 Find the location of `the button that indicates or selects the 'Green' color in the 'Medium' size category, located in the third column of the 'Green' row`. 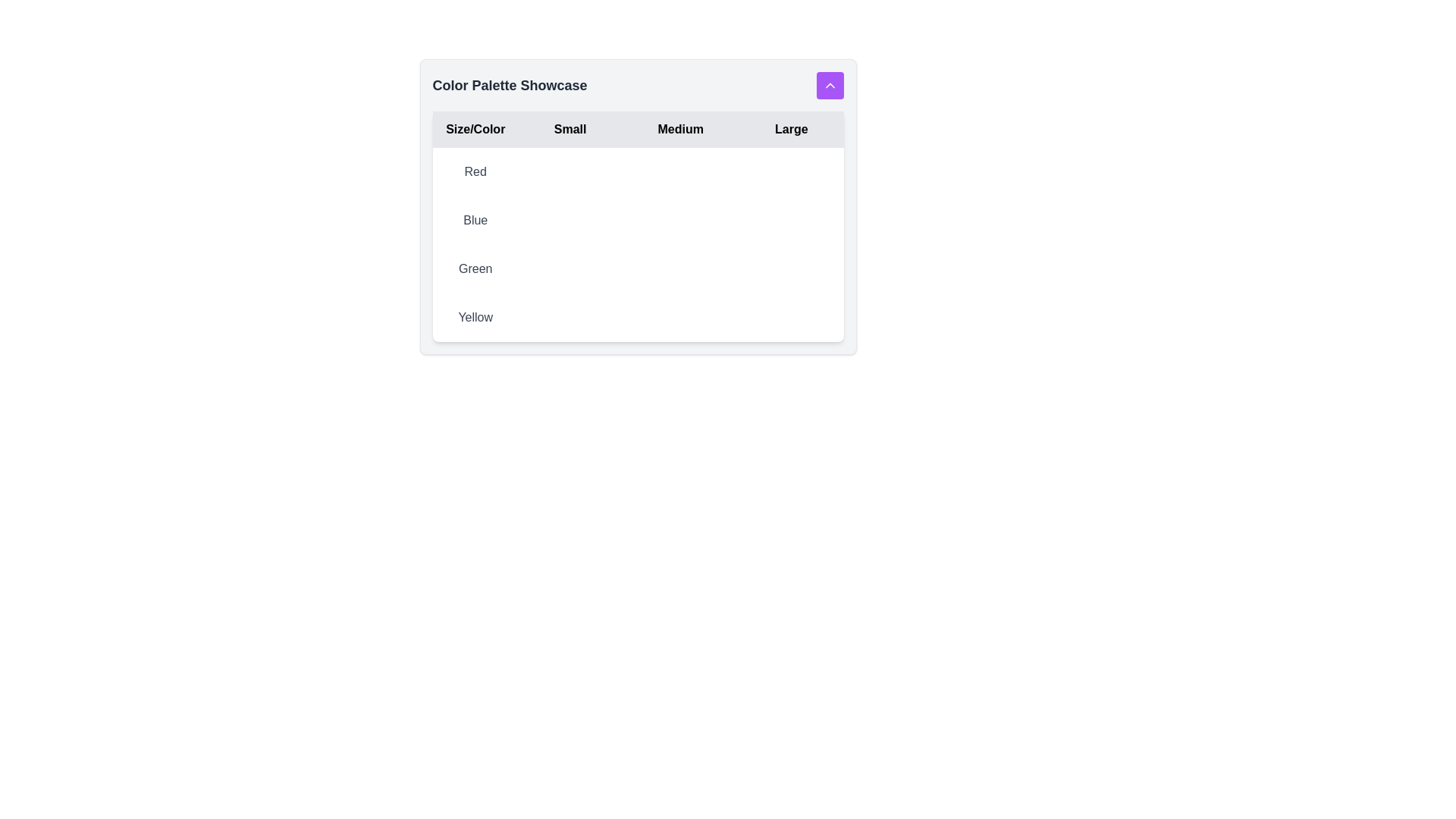

the button that indicates or selects the 'Green' color in the 'Medium' size category, located in the third column of the 'Green' row is located at coordinates (679, 268).